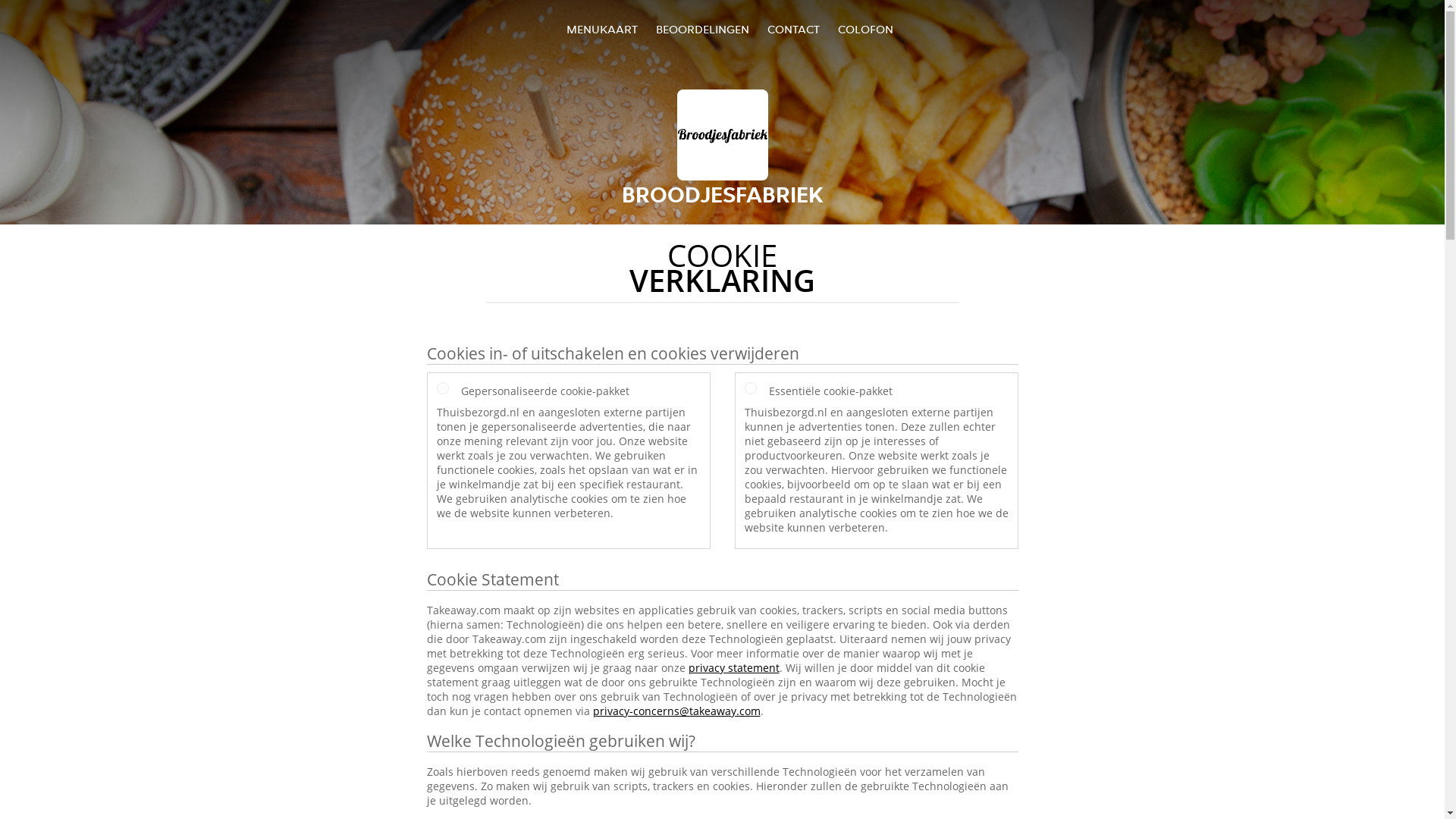  Describe the element at coordinates (701, 29) in the screenshot. I see `'BEOORDELINGEN'` at that location.